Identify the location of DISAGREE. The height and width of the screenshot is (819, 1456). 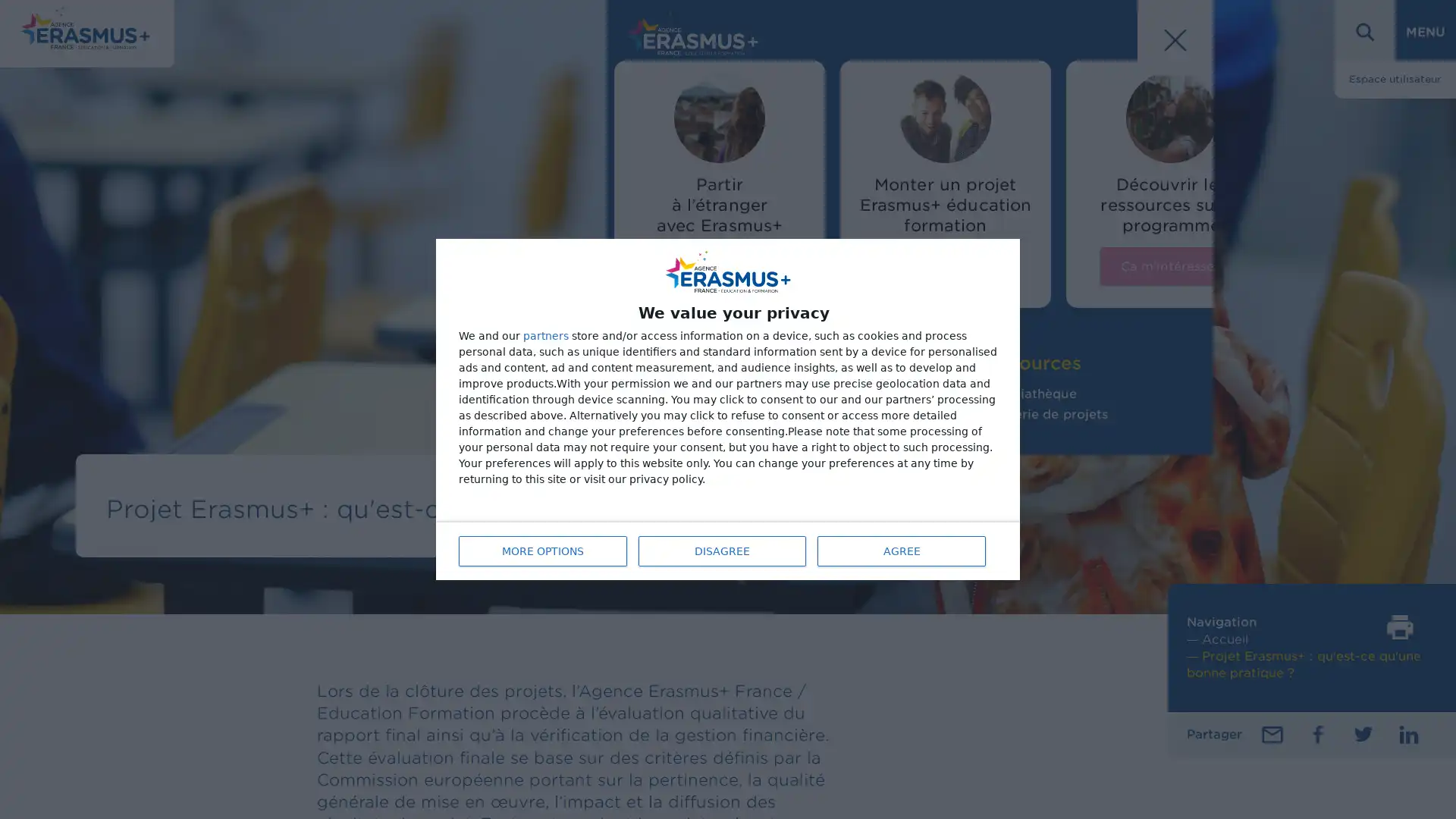
(720, 550).